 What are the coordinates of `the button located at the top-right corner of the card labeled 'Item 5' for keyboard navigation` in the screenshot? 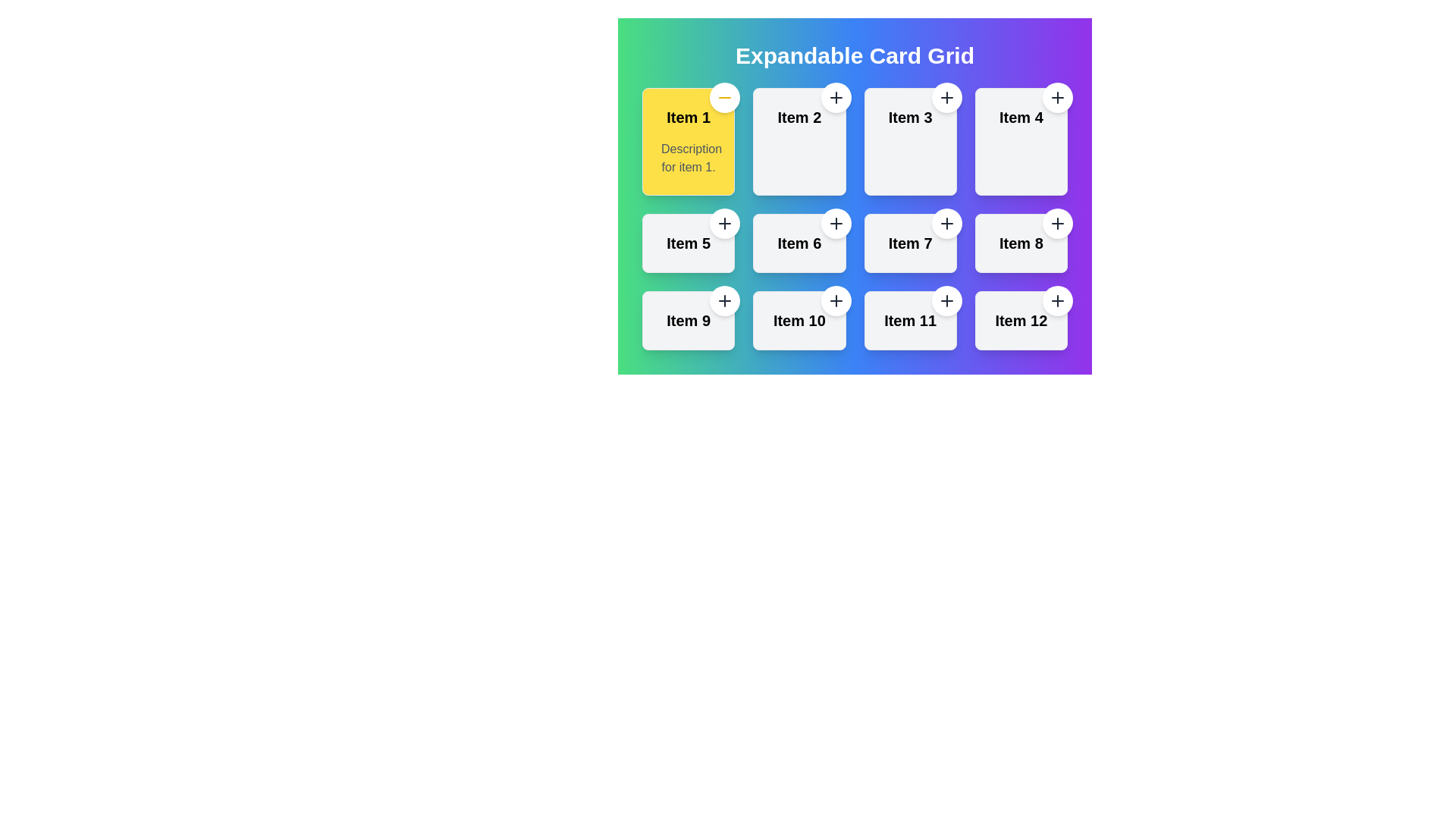 It's located at (724, 223).